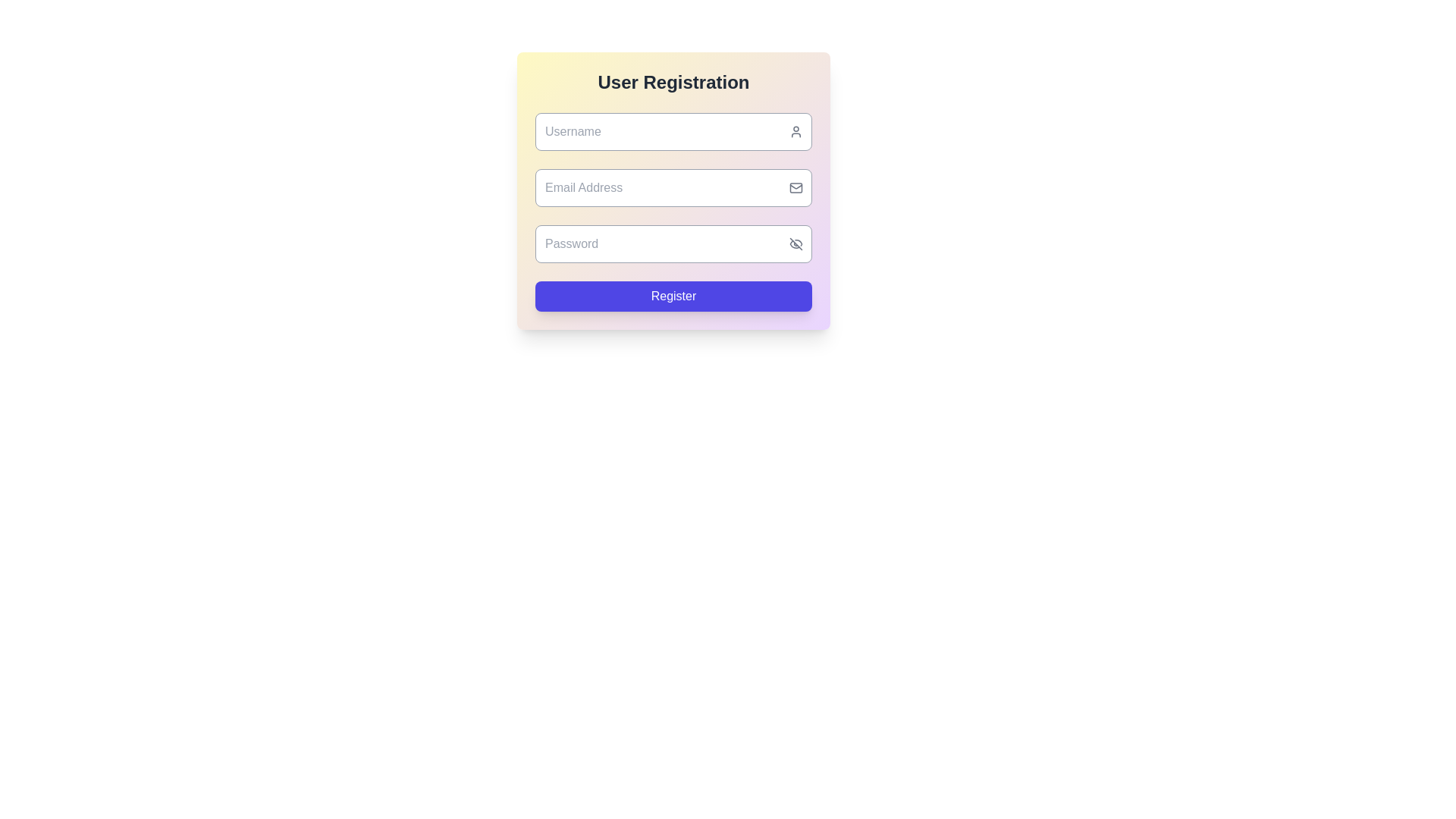 This screenshot has width=1456, height=819. I want to click on the 'Username', 'Email Address', or 'Password' input fields in the multi-field form section to type information, so click(673, 212).